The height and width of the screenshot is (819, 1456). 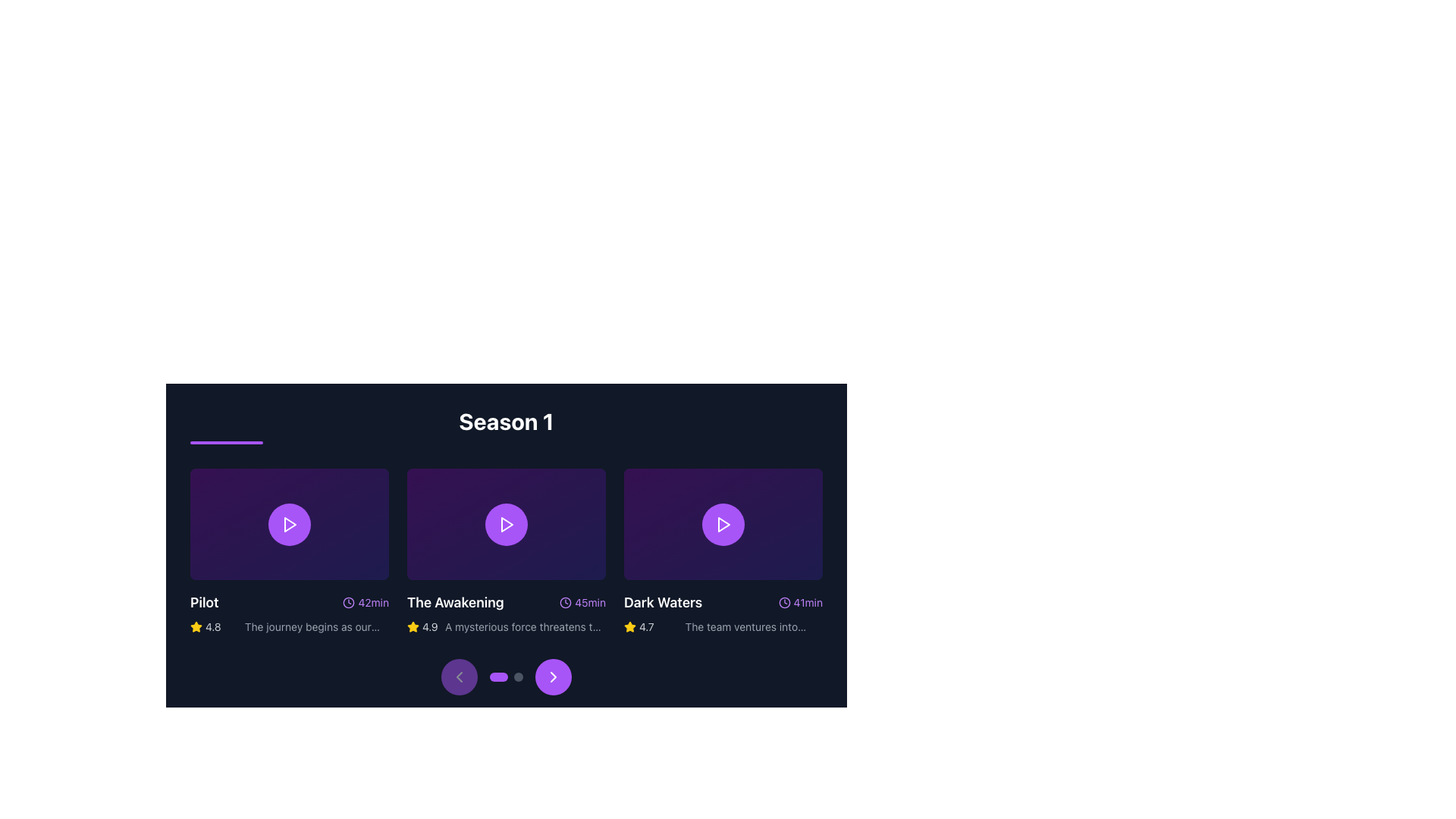 I want to click on displayed rating value of '4.7' in the 'Dark Waters' section, which is a text element styled with a smaller font size and muted gray coloring, located adjacent to a yellow star icon, so click(x=646, y=627).